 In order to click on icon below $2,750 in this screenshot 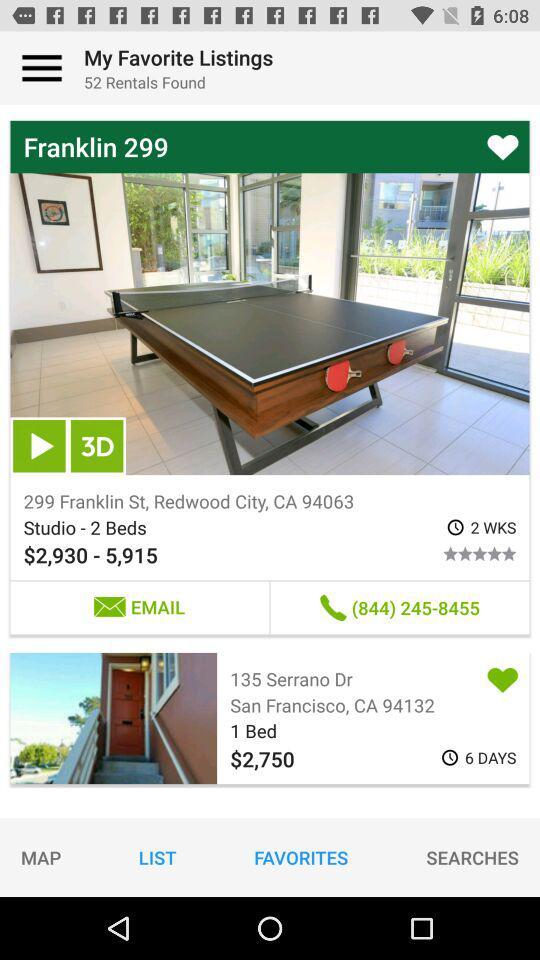, I will do `click(300, 856)`.